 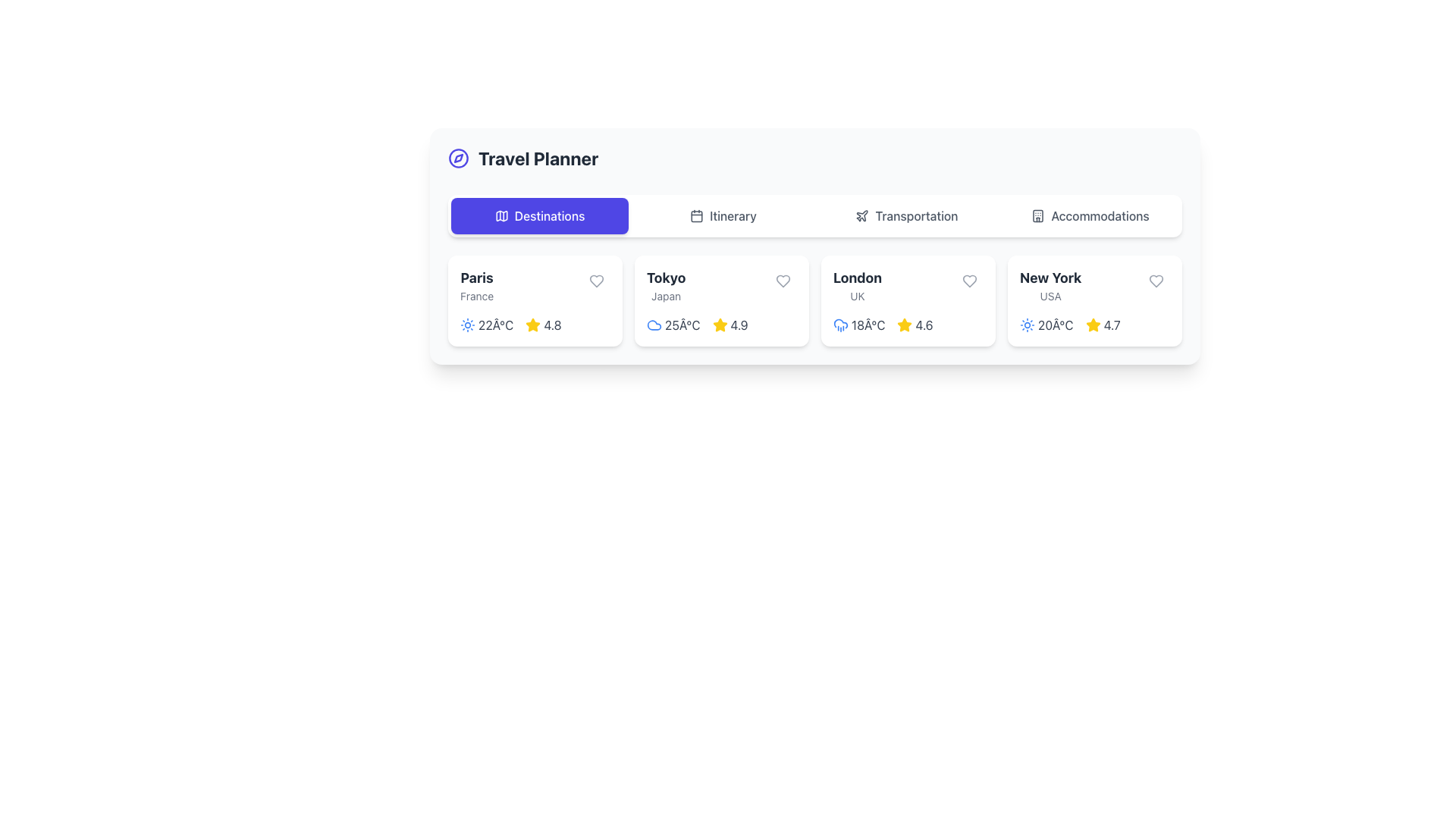 What do you see at coordinates (1037, 216) in the screenshot?
I see `the icon representing the 'Accommodations' navigation item, which is located to the left of the 'Accommodations' text in the horizontal navigation menu` at bounding box center [1037, 216].